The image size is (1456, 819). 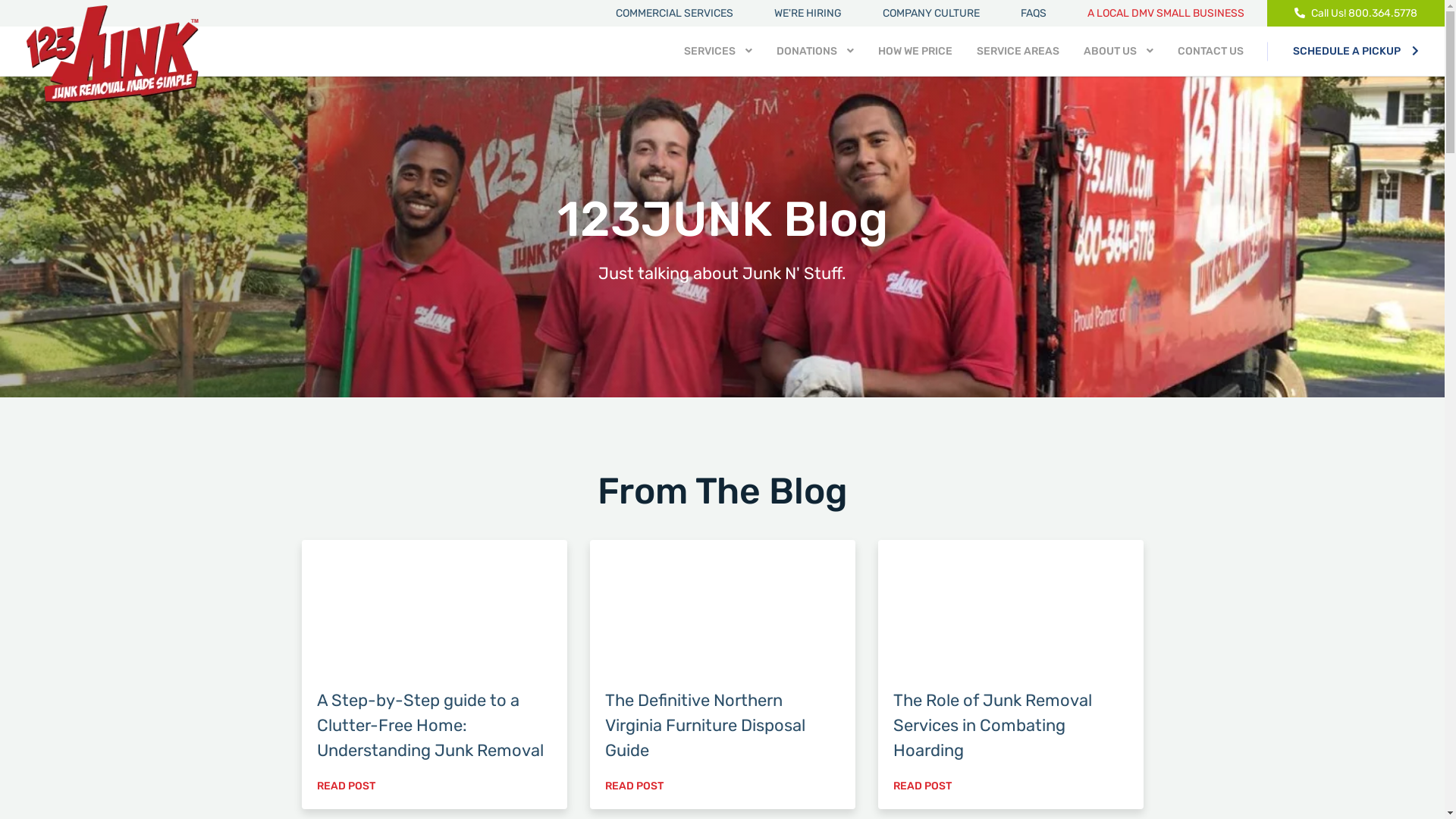 What do you see at coordinates (914, 50) in the screenshot?
I see `'HOW WE PRICE'` at bounding box center [914, 50].